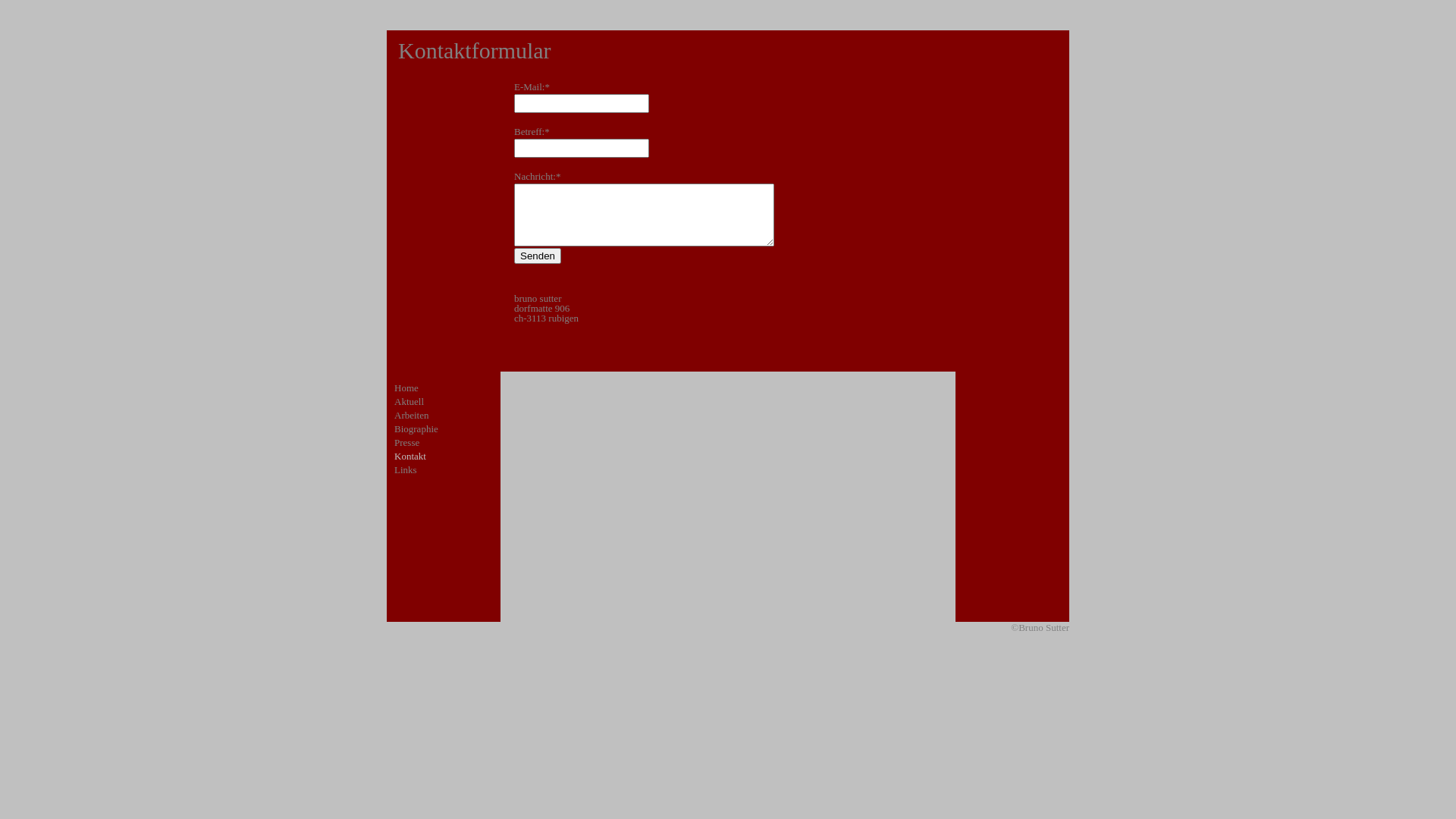 The image size is (1456, 819). Describe the element at coordinates (394, 415) in the screenshot. I see `'Arbeiten'` at that location.